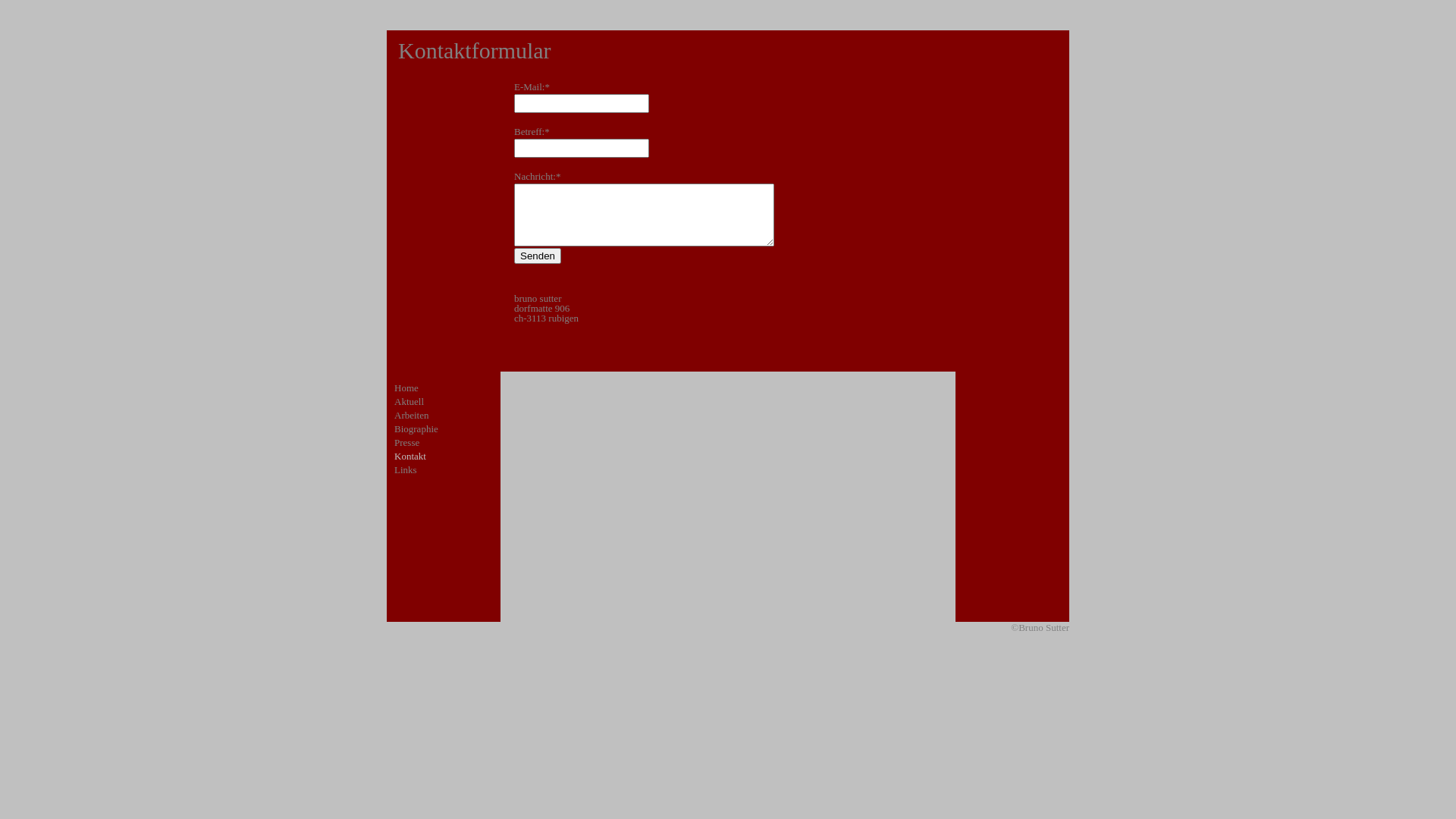 The image size is (1456, 819). Describe the element at coordinates (394, 415) in the screenshot. I see `'Arbeiten'` at that location.